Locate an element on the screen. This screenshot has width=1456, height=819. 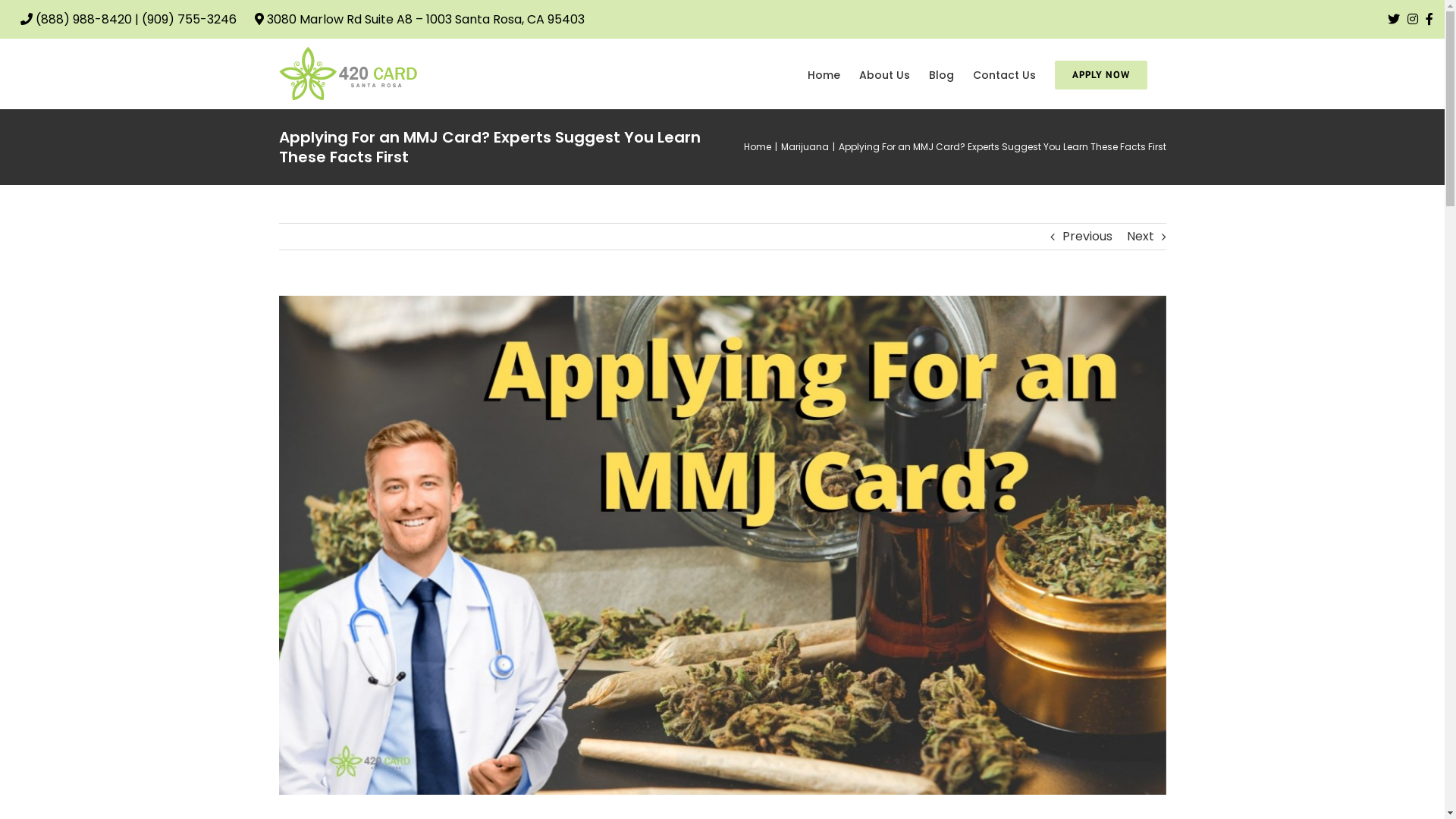
'Previous' is located at coordinates (1061, 237).